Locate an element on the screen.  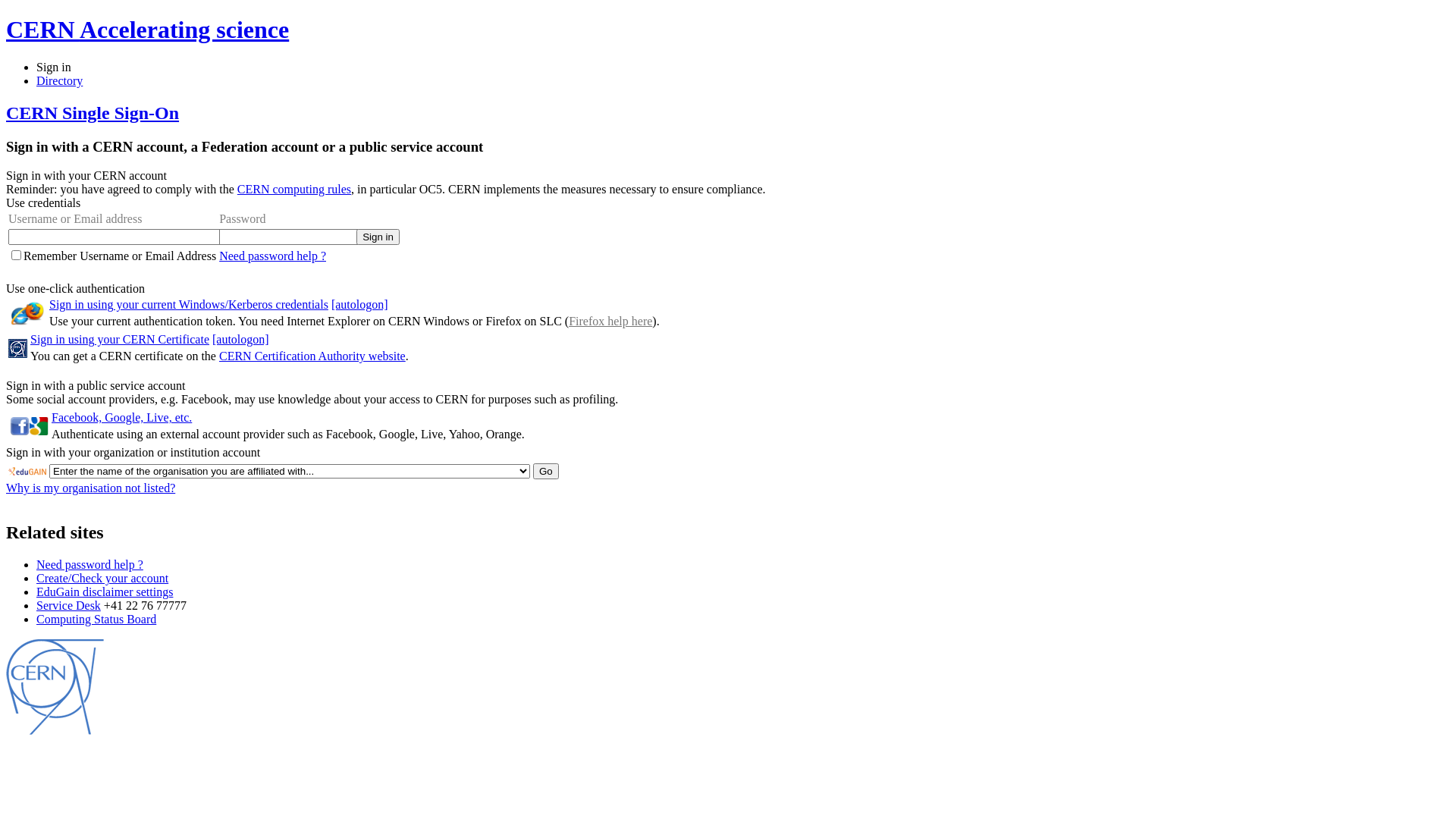
'CERN' is located at coordinates (55, 730).